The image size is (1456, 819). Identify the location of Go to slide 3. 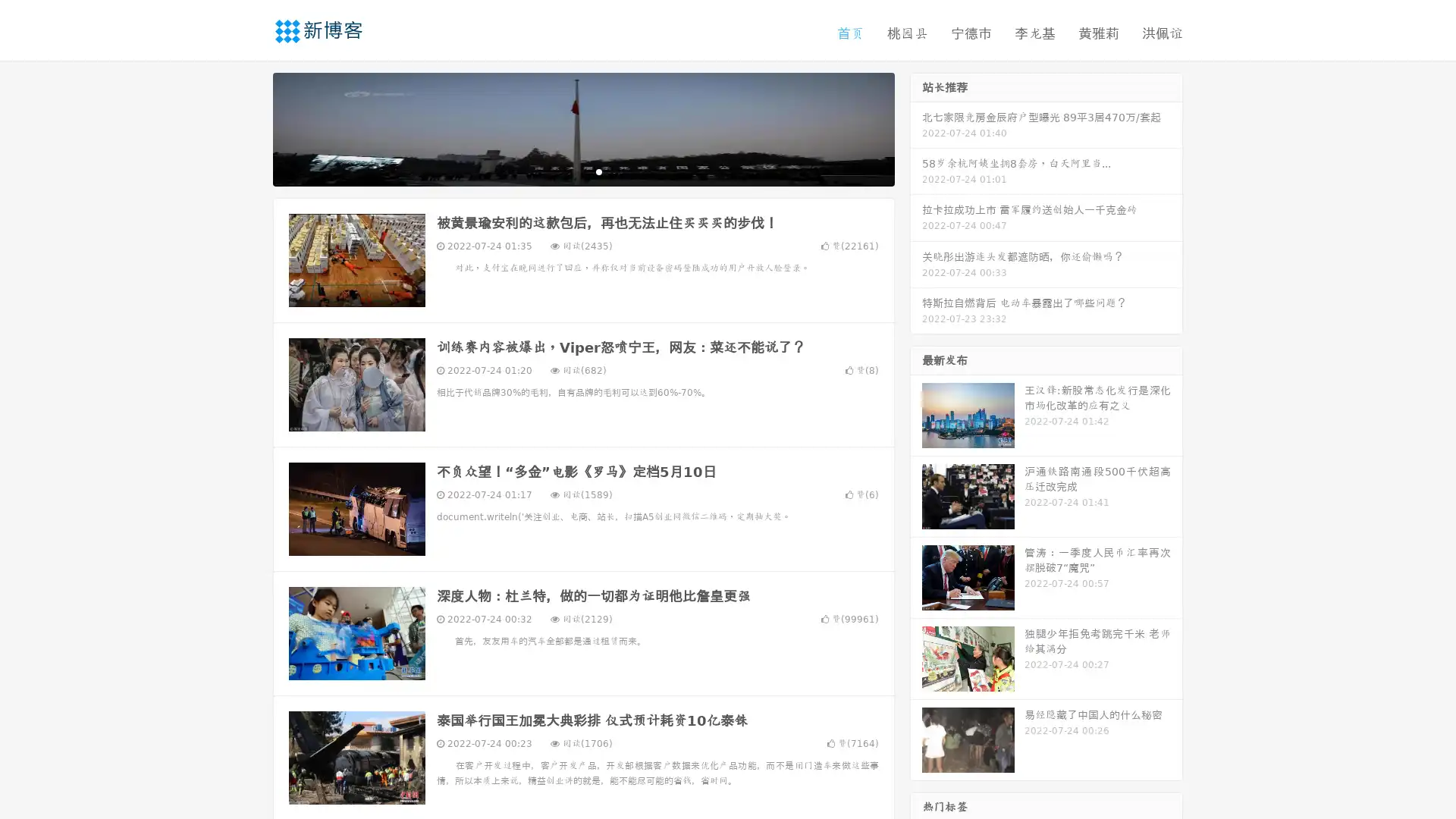
(598, 171).